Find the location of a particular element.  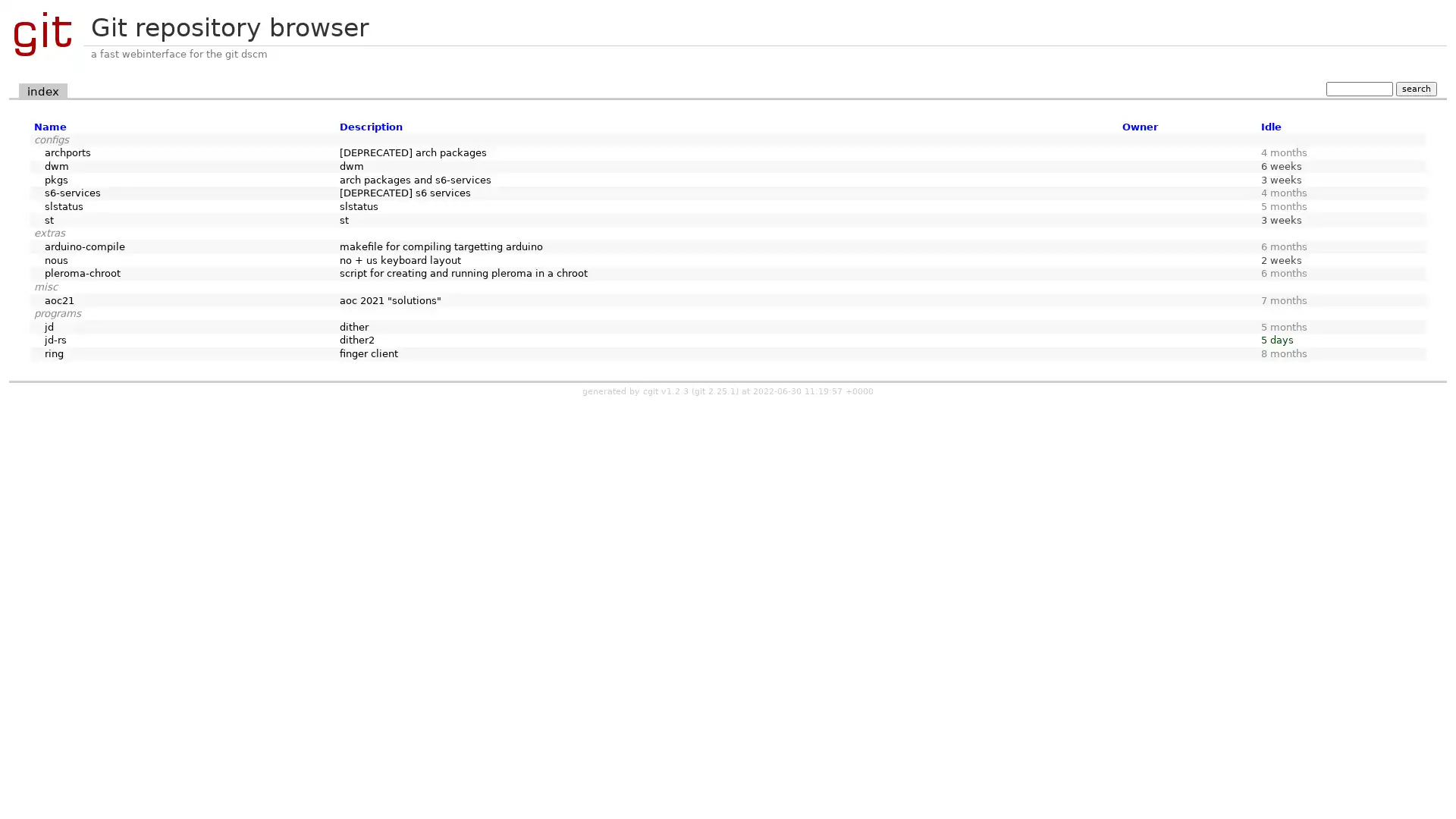

search is located at coordinates (1415, 88).